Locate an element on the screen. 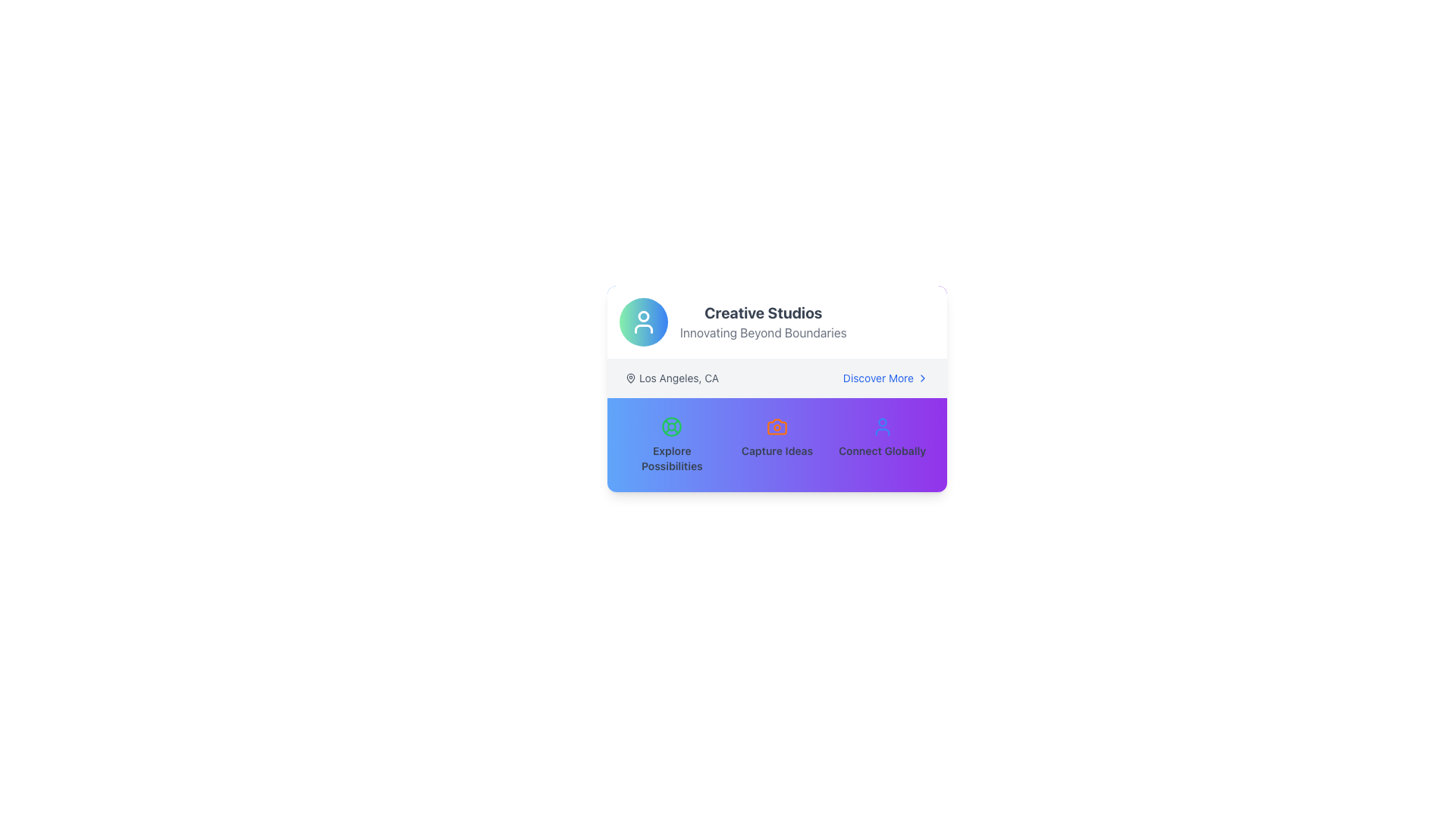 This screenshot has height=819, width=1456. the camera icon element that is located centrally in the second icon from the left in a row of three icons at the bottom section of the card interface, which is positioned slightly above the text labeled 'Capture Ideas' is located at coordinates (777, 427).